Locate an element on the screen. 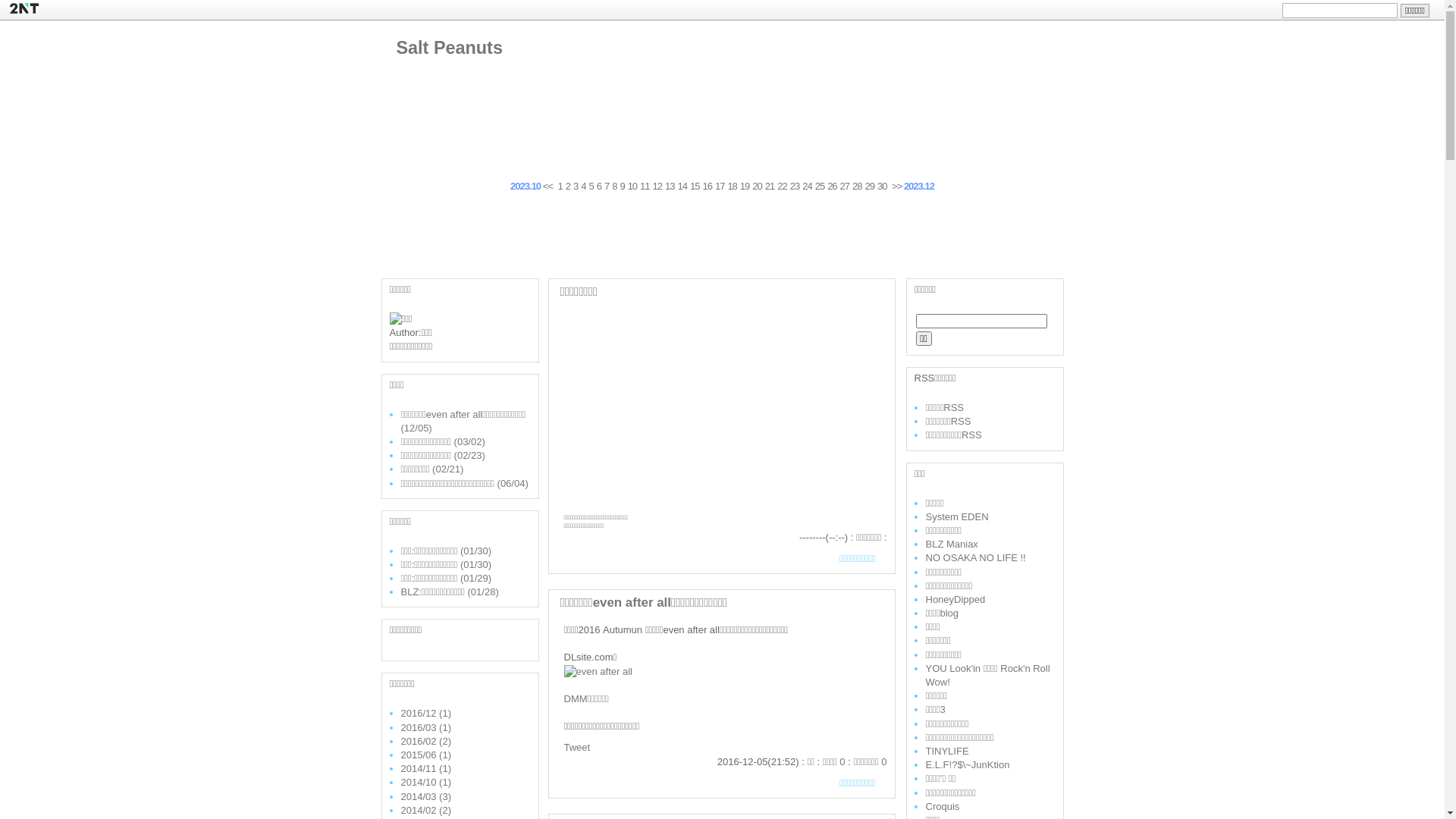 Image resolution: width=1456 pixels, height=819 pixels. 'Croquis' is located at coordinates (941, 805).